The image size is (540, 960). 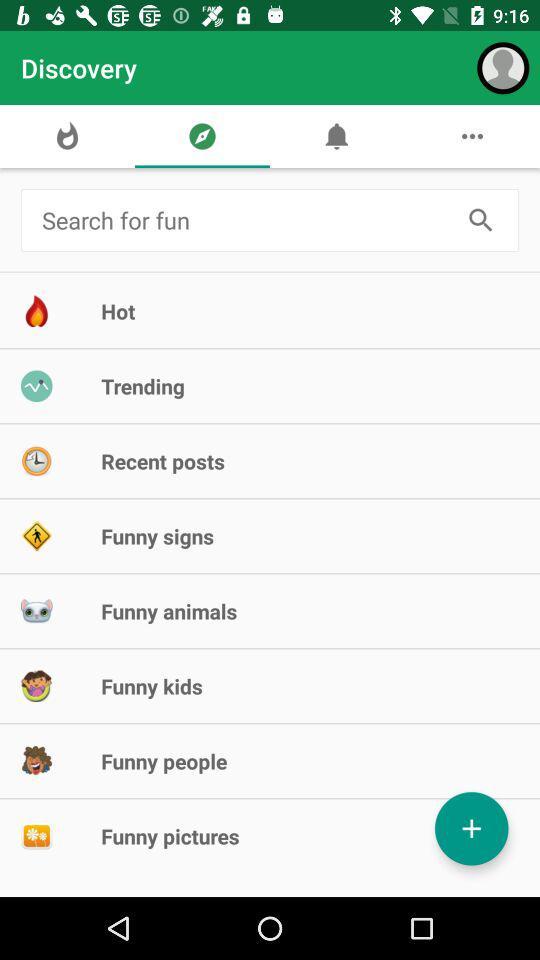 What do you see at coordinates (245, 220) in the screenshot?
I see `populate search bar` at bounding box center [245, 220].